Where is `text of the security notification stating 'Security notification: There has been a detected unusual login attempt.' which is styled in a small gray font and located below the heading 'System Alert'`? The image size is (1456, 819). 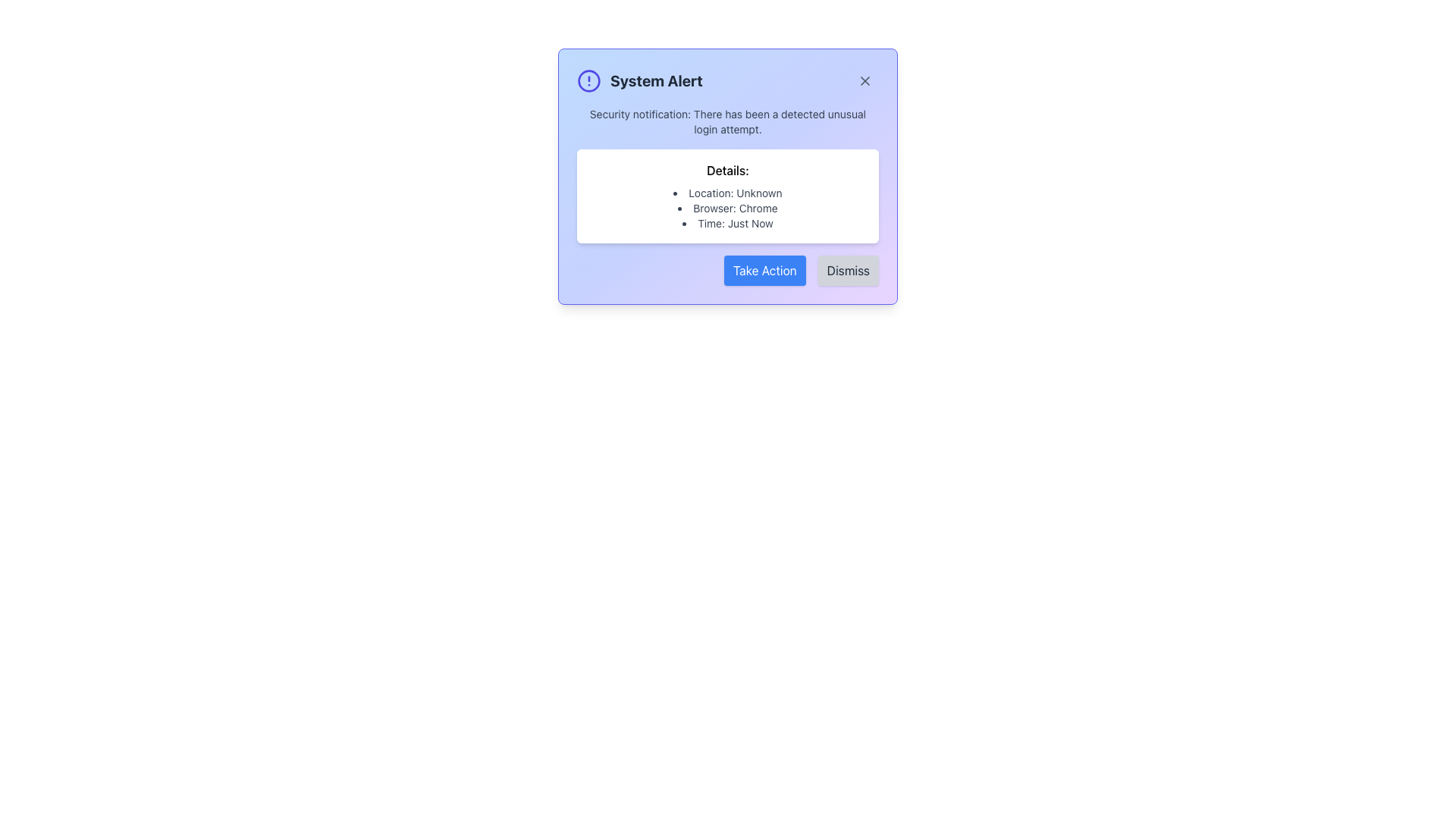
text of the security notification stating 'Security notification: There has been a detected unusual login attempt.' which is styled in a small gray font and located below the heading 'System Alert' is located at coordinates (728, 121).